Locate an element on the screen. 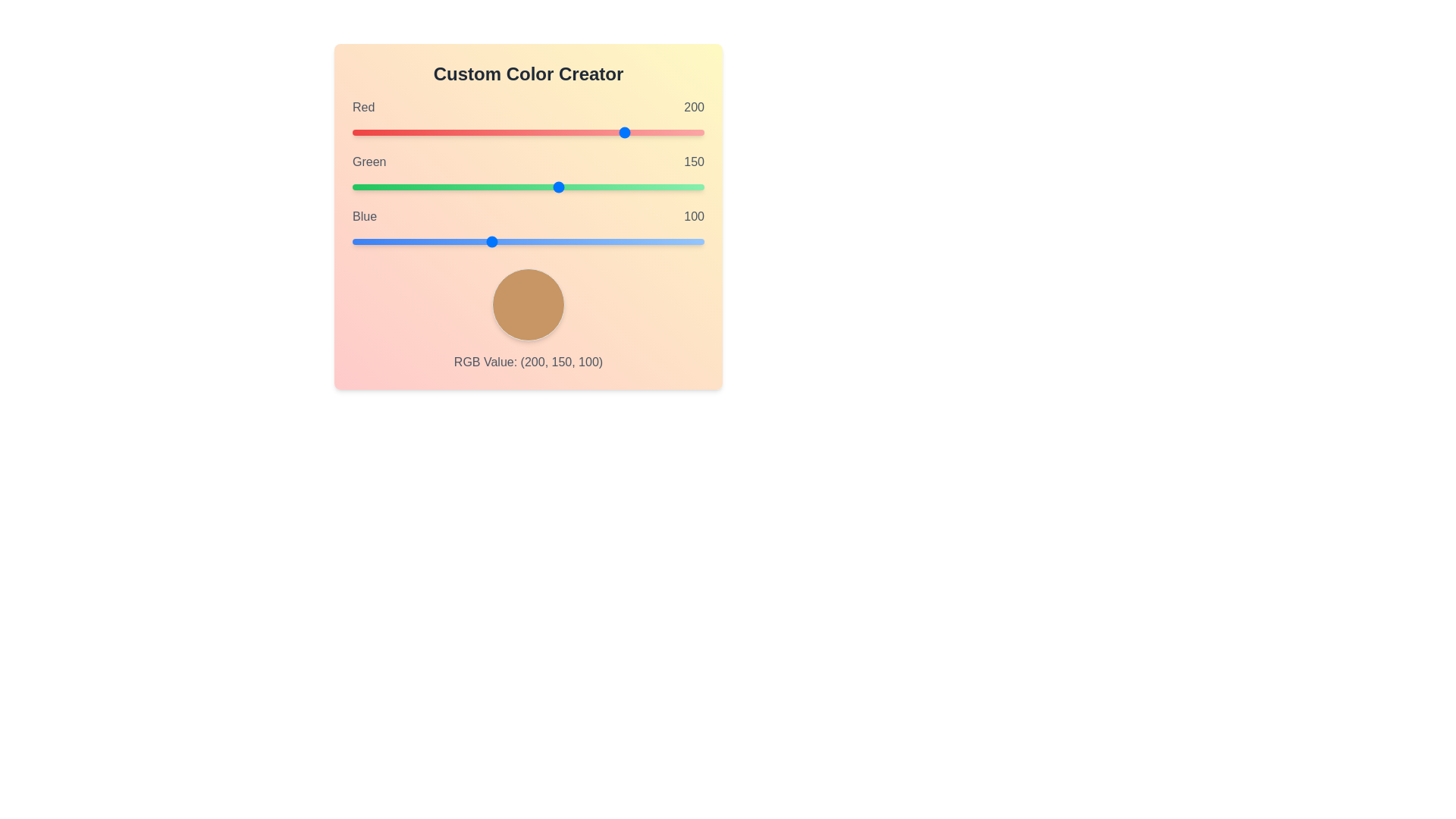 This screenshot has height=819, width=1456. the Green slider to set the green component to 53 is located at coordinates (425, 186).